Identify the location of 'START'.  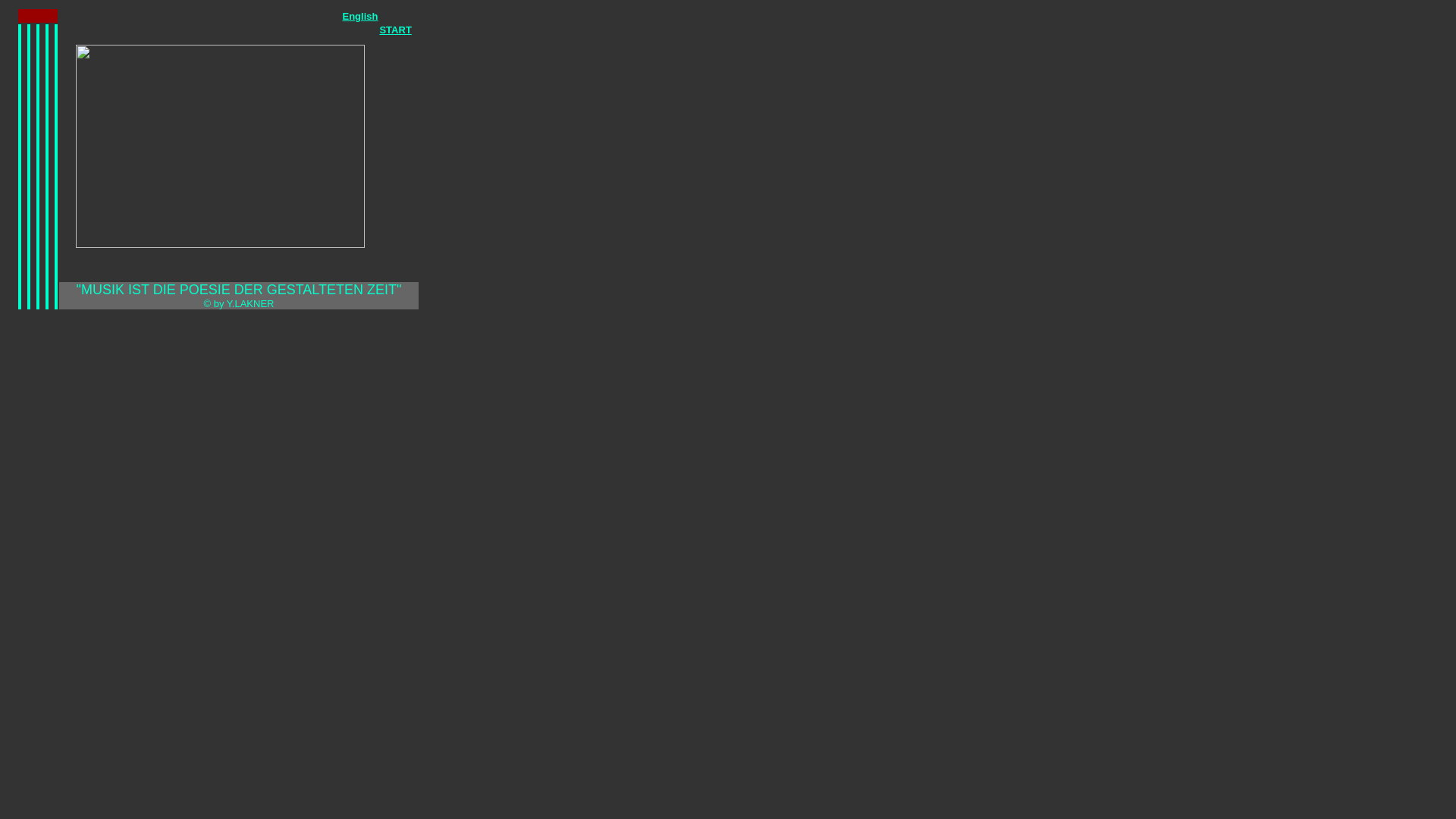
(395, 30).